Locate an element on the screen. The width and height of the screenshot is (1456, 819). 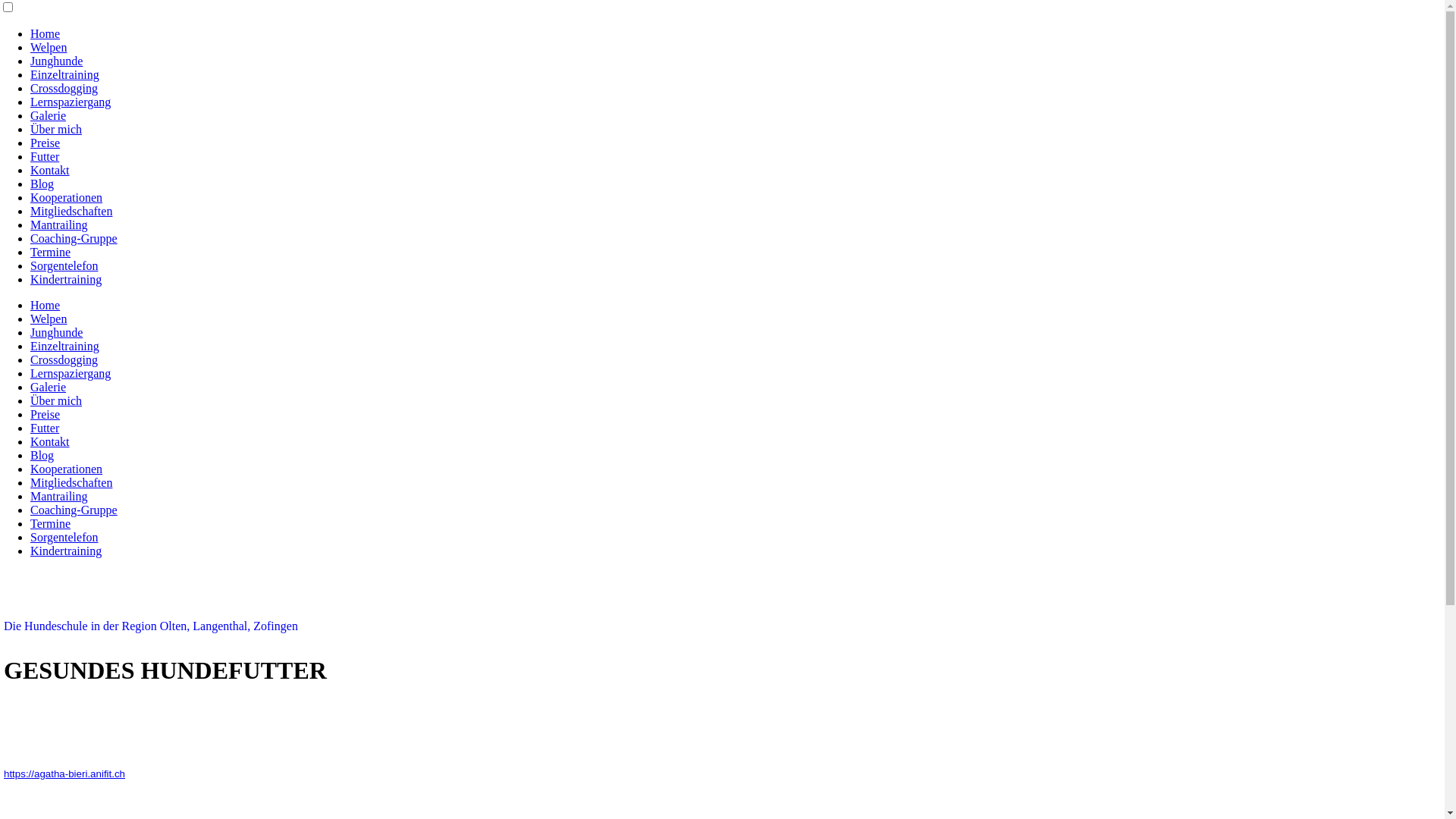
'Kooperationen' is located at coordinates (65, 468).